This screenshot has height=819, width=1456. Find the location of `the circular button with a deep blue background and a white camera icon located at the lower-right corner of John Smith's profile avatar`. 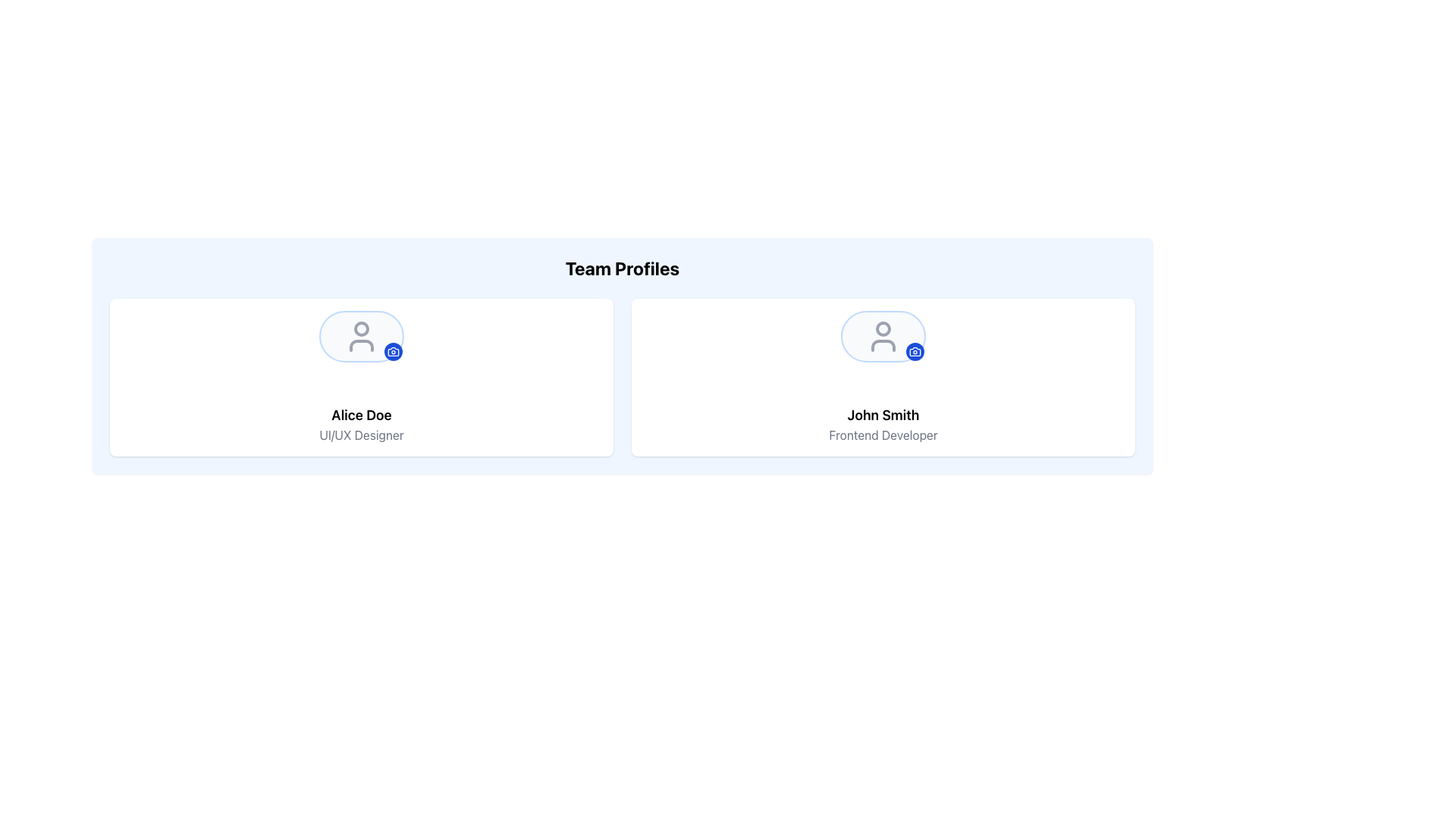

the circular button with a deep blue background and a white camera icon located at the lower-right corner of John Smith's profile avatar is located at coordinates (914, 351).